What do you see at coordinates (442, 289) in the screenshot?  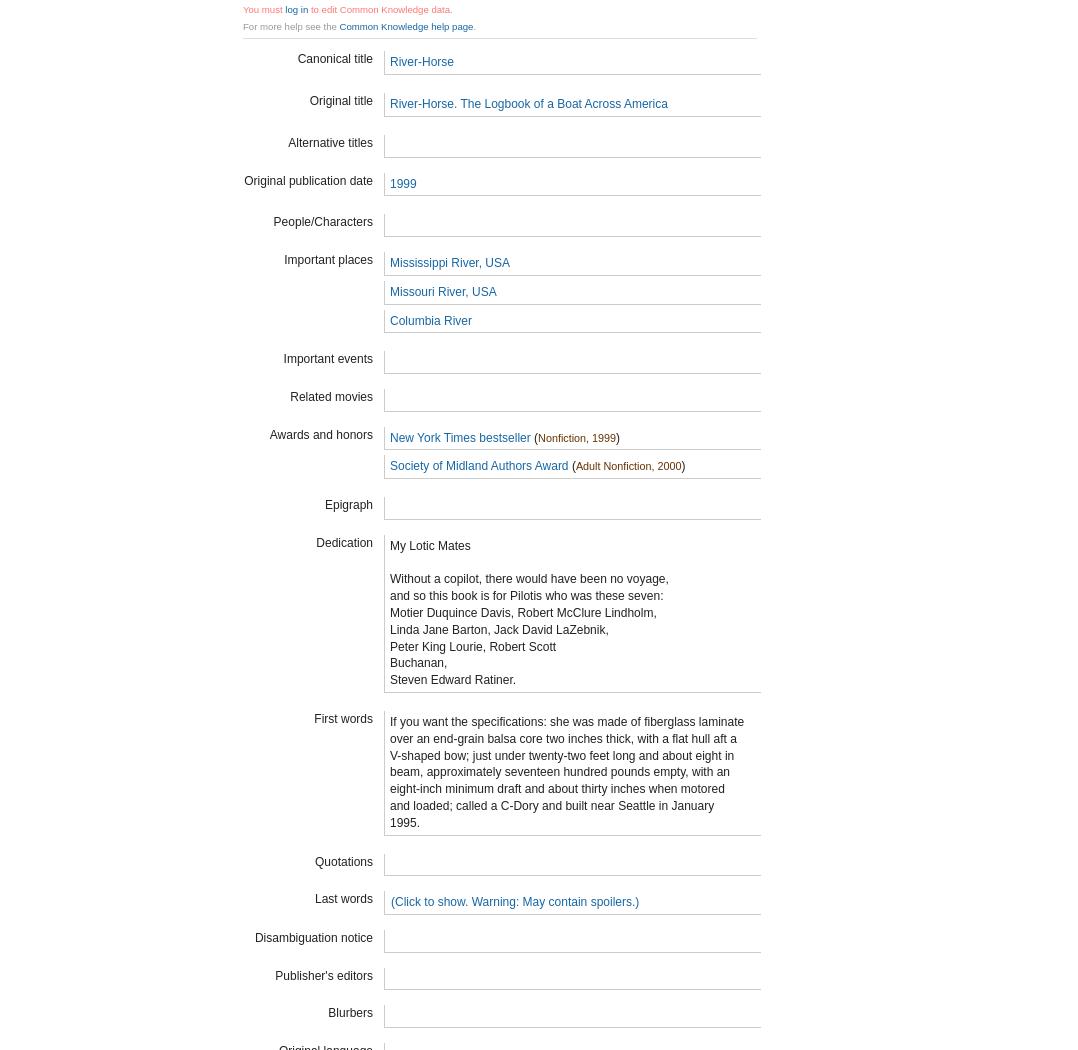 I see `'Missouri River, USA'` at bounding box center [442, 289].